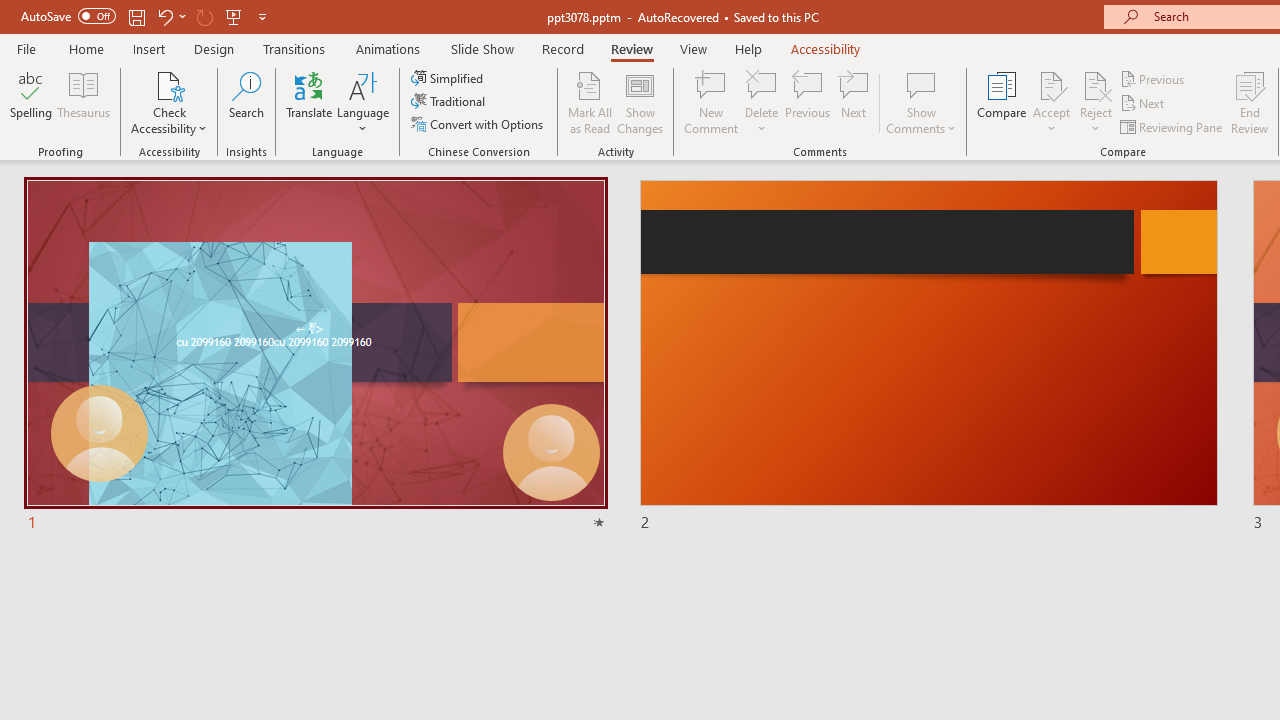 The width and height of the screenshot is (1280, 720). What do you see at coordinates (920, 84) in the screenshot?
I see `'Show Comments'` at bounding box center [920, 84].